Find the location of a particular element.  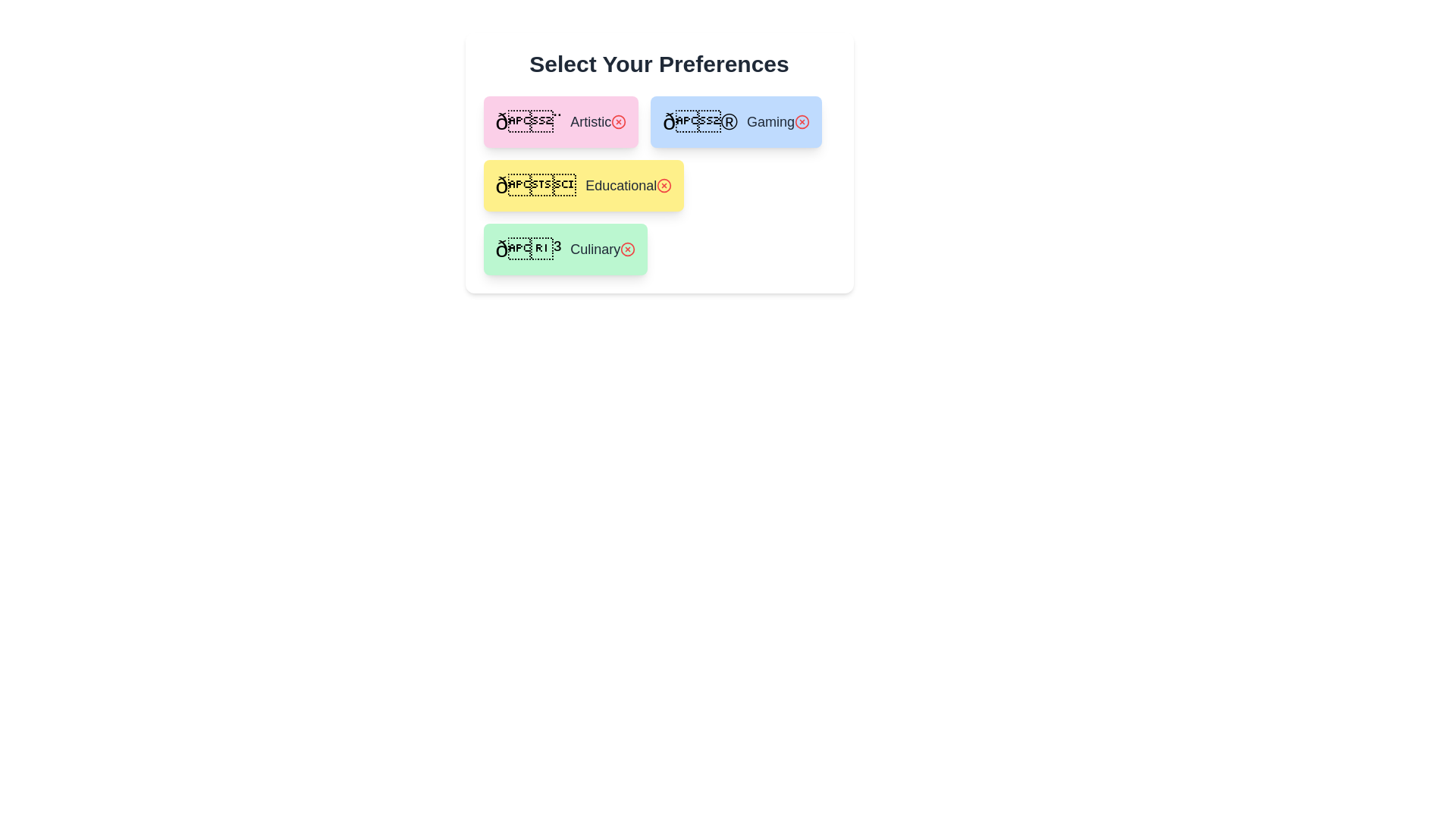

the preference Educational to view its details is located at coordinates (582, 185).